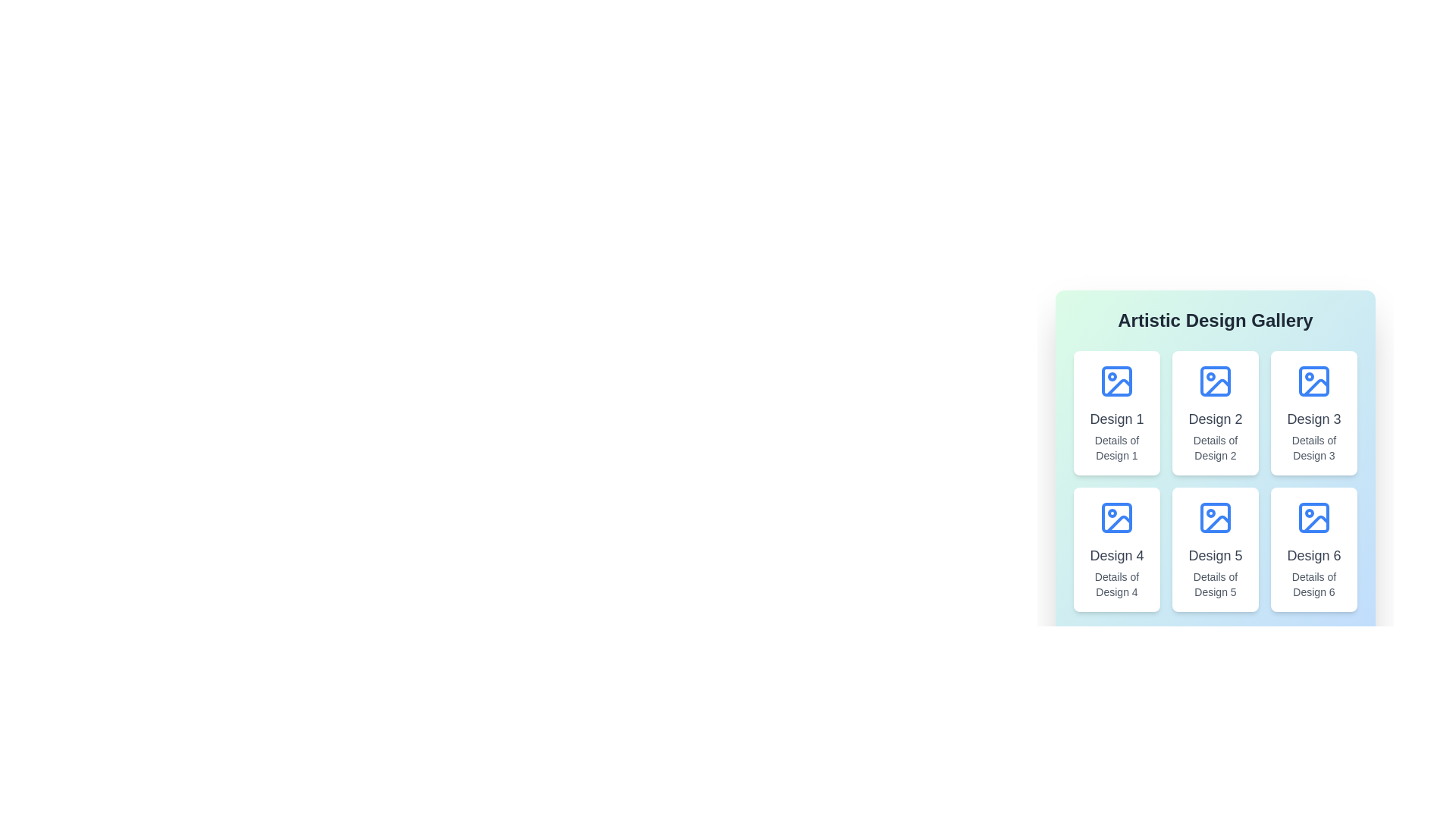  What do you see at coordinates (1216, 584) in the screenshot?
I see `the Static text label located at the bottom of the 'Design 5' card, which provides descriptive details about 'Design 5'` at bounding box center [1216, 584].